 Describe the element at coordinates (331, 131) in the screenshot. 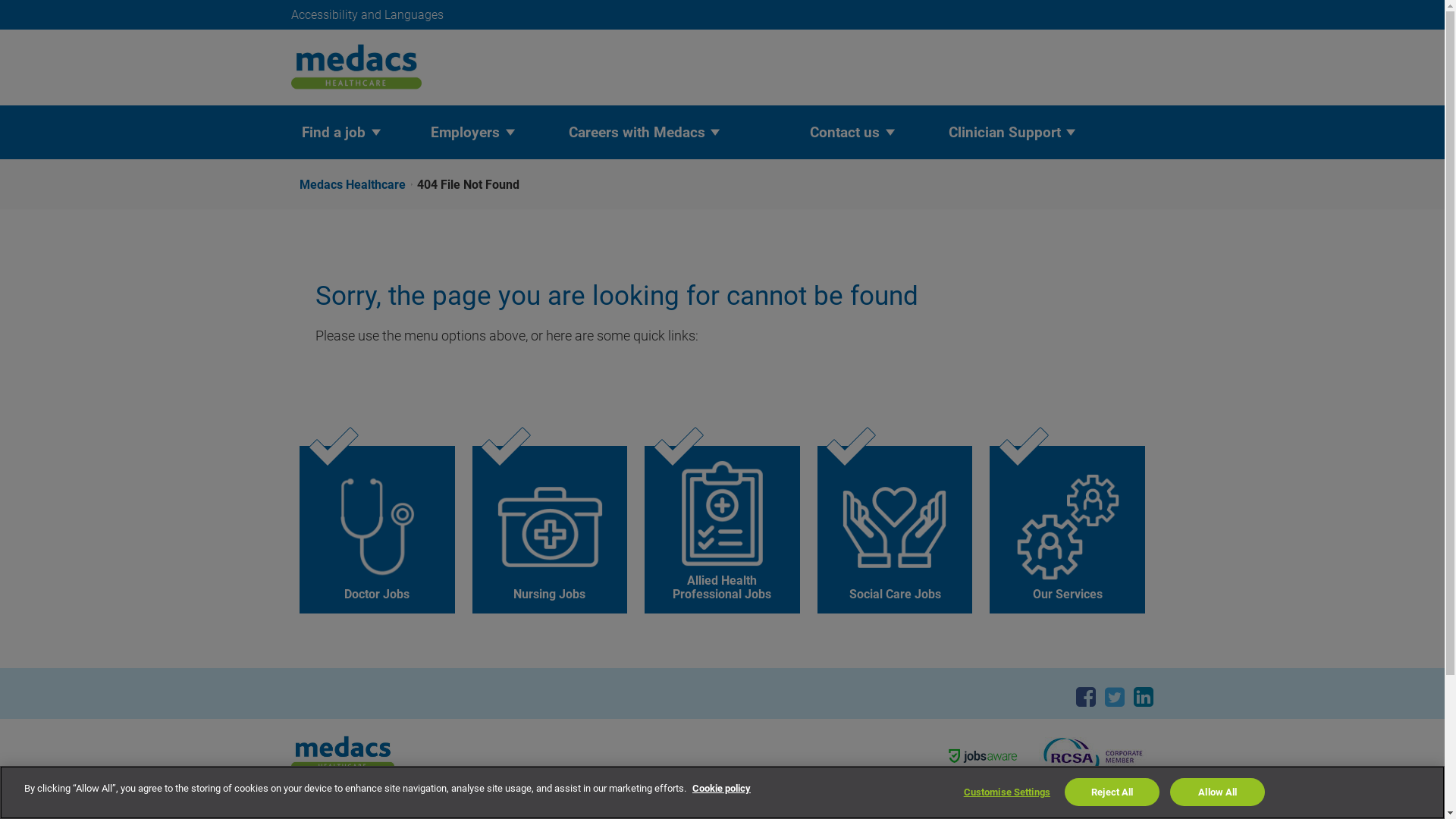

I see `'Find a job'` at that location.